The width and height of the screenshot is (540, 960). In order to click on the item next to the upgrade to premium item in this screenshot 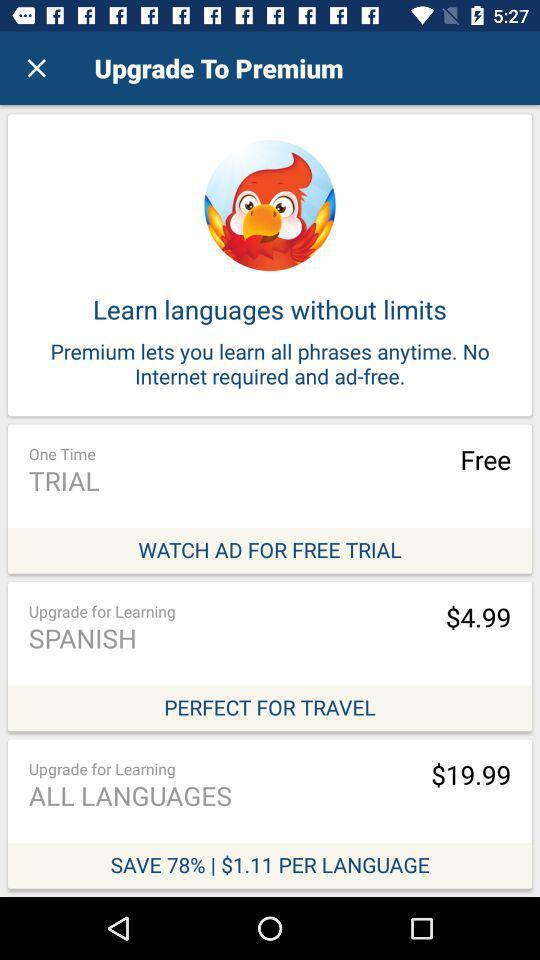, I will do `click(36, 68)`.